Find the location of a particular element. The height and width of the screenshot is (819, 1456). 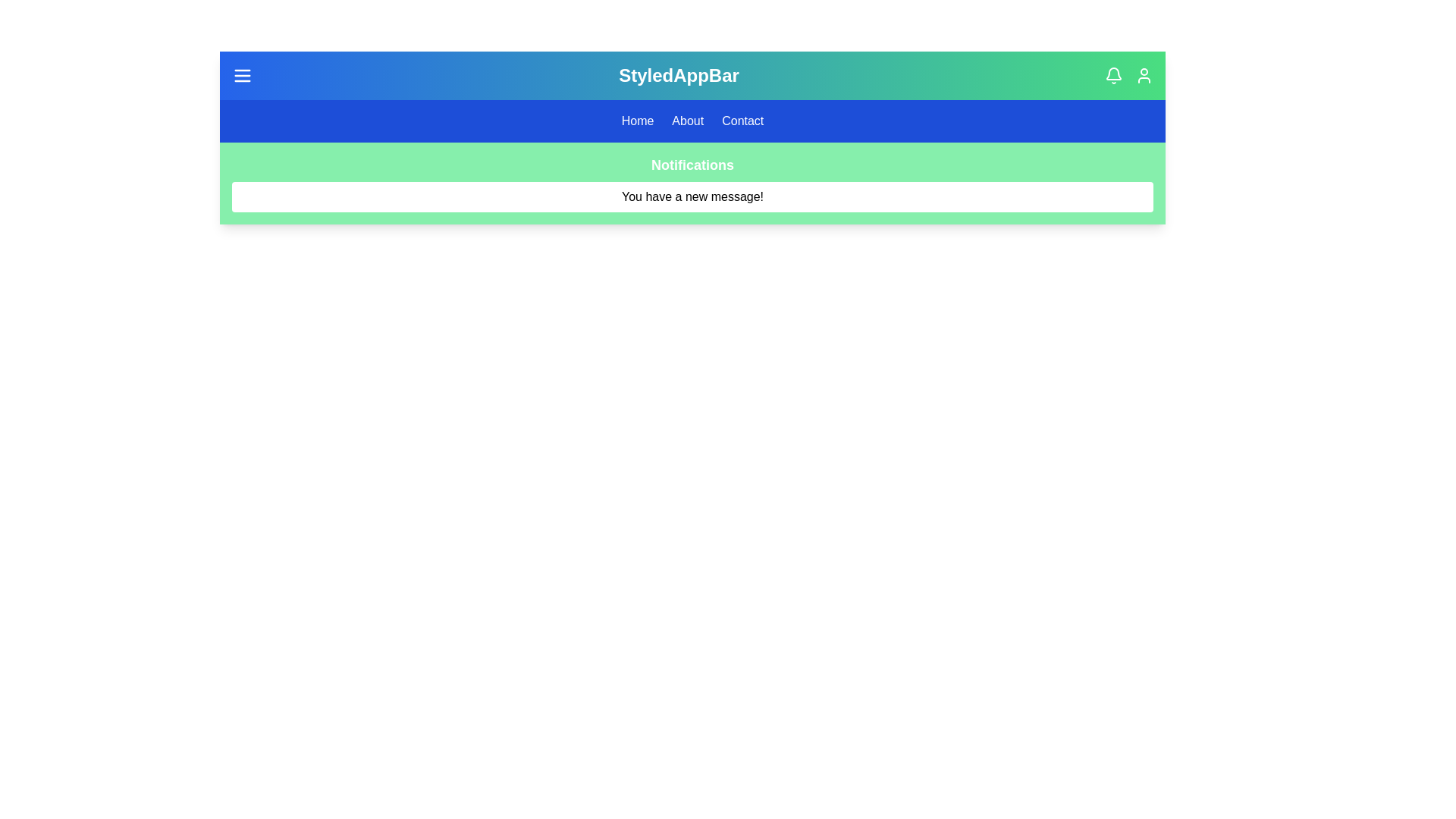

the 'Contact' text label in the navigation menu is located at coordinates (742, 120).